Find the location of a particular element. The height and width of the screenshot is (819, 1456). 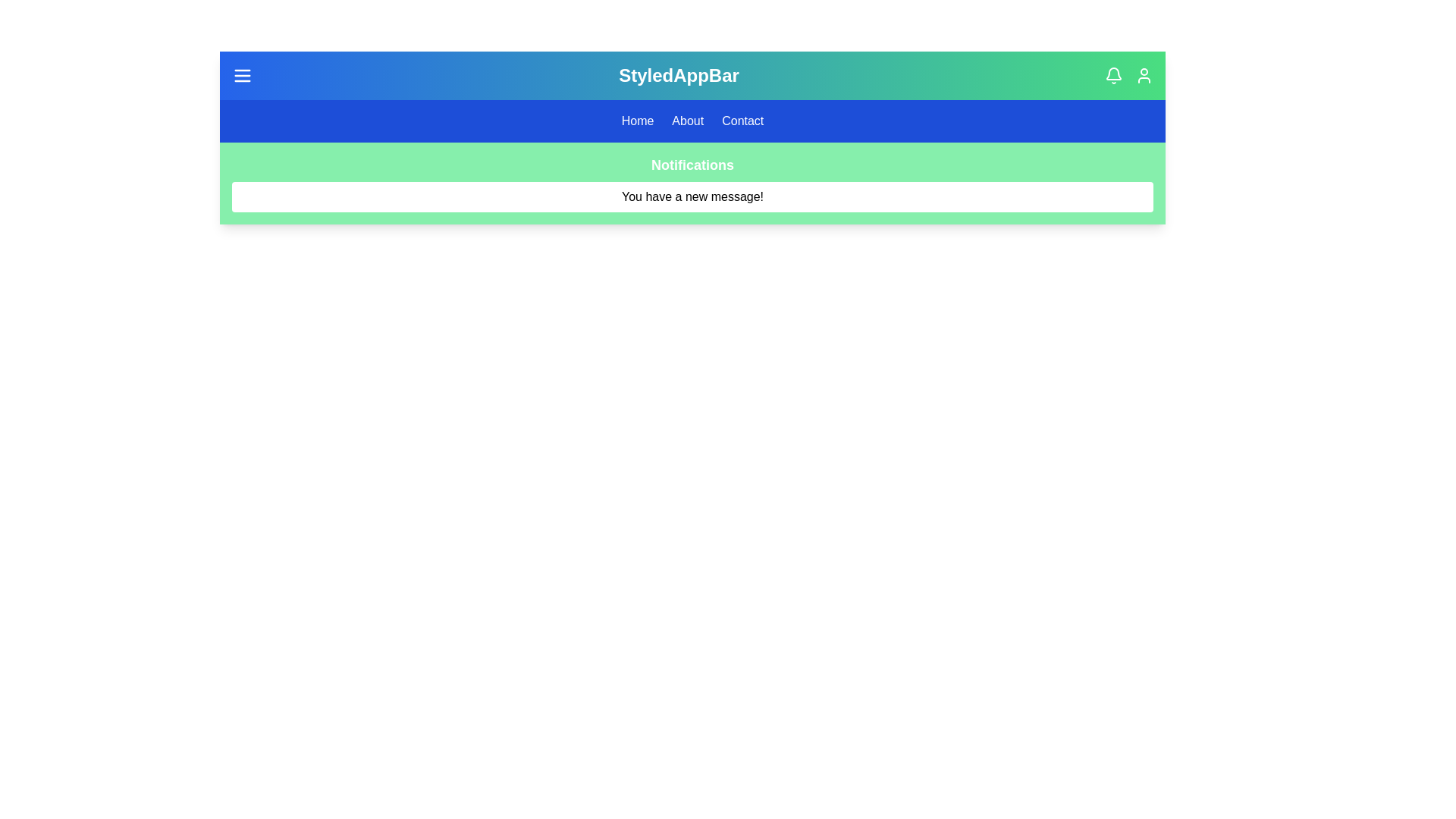

the 'Contact' text label in the navigation menu is located at coordinates (742, 120).